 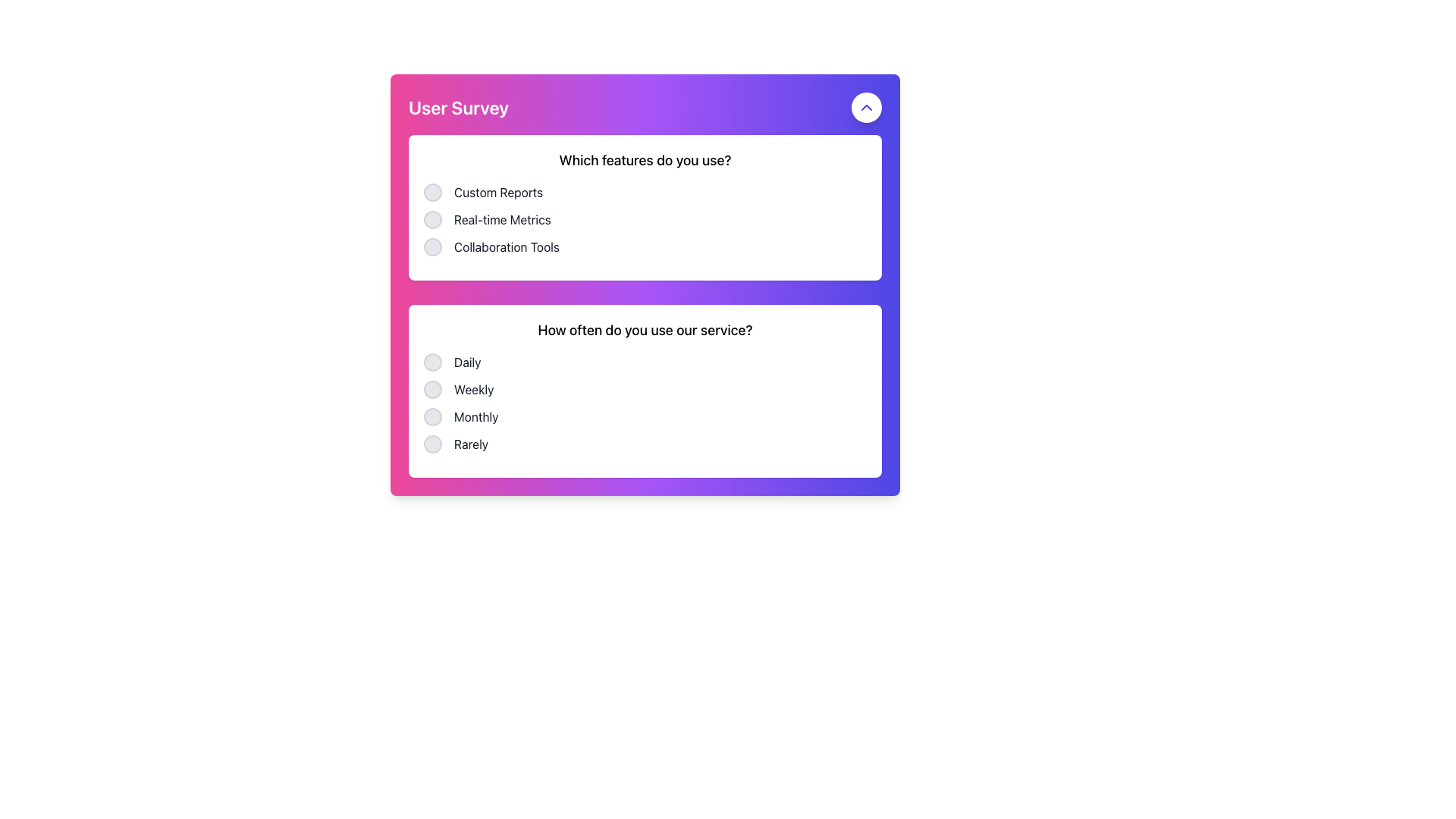 I want to click on the 'Custom Reports' selectable list item, which is the first option in the list of features under 'Which features do you use?', so click(x=645, y=192).